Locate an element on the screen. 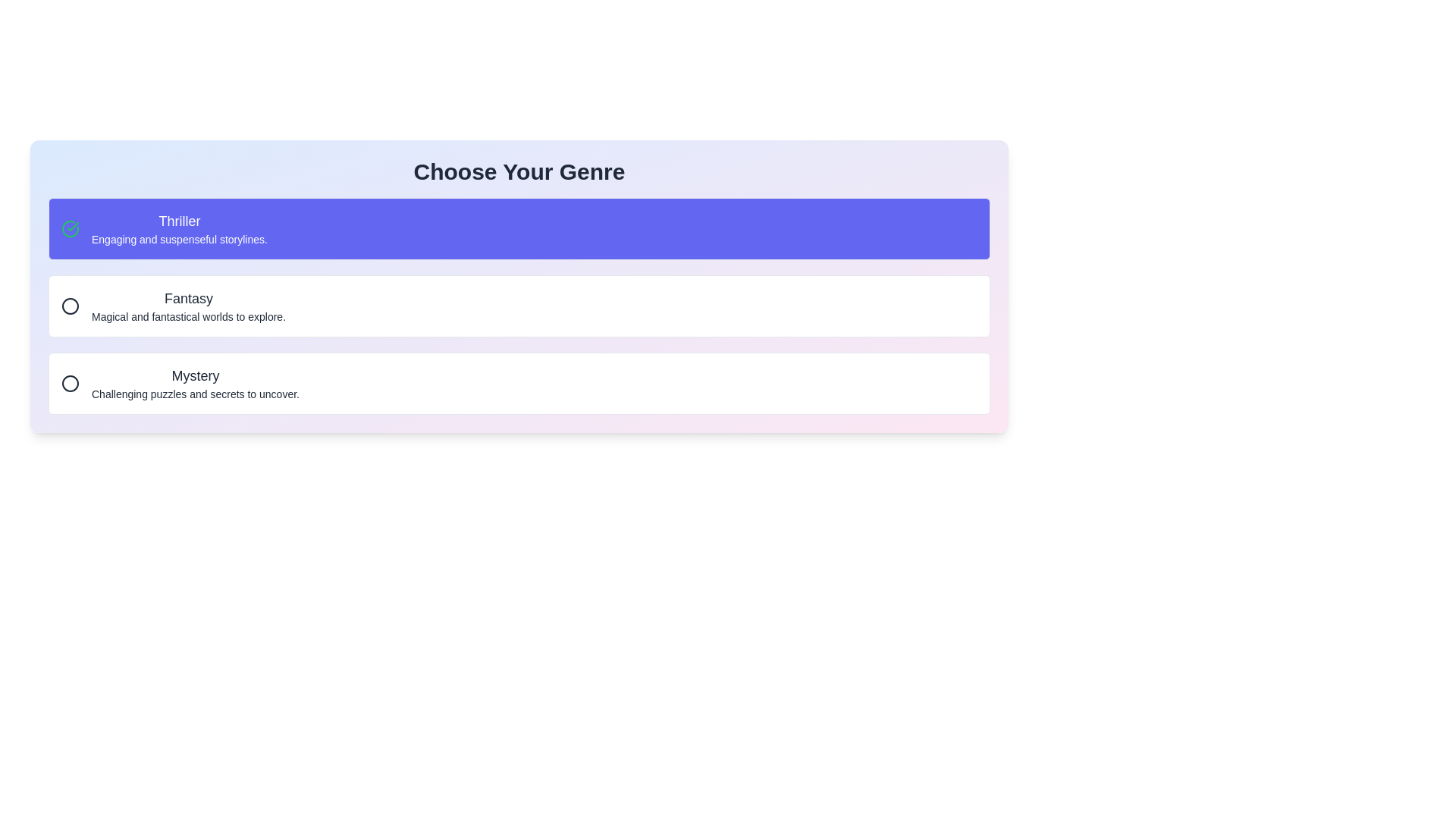 The height and width of the screenshot is (819, 1456). the Circular Icon that indicates the selection state for the 'Mystery' option, located at the right margin of the option box is located at coordinates (69, 382).